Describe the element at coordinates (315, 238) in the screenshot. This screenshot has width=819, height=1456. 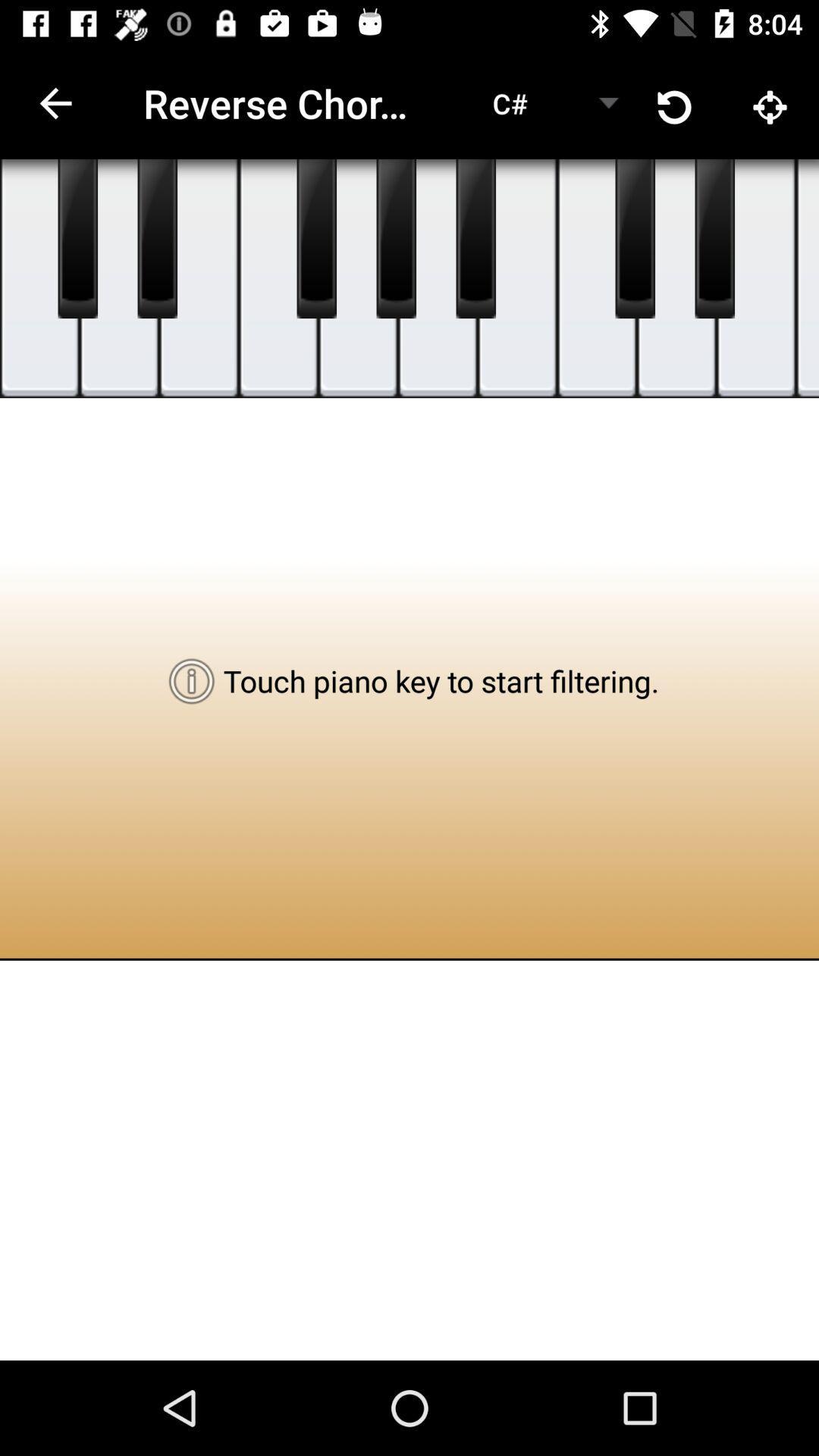
I see `piano key play` at that location.